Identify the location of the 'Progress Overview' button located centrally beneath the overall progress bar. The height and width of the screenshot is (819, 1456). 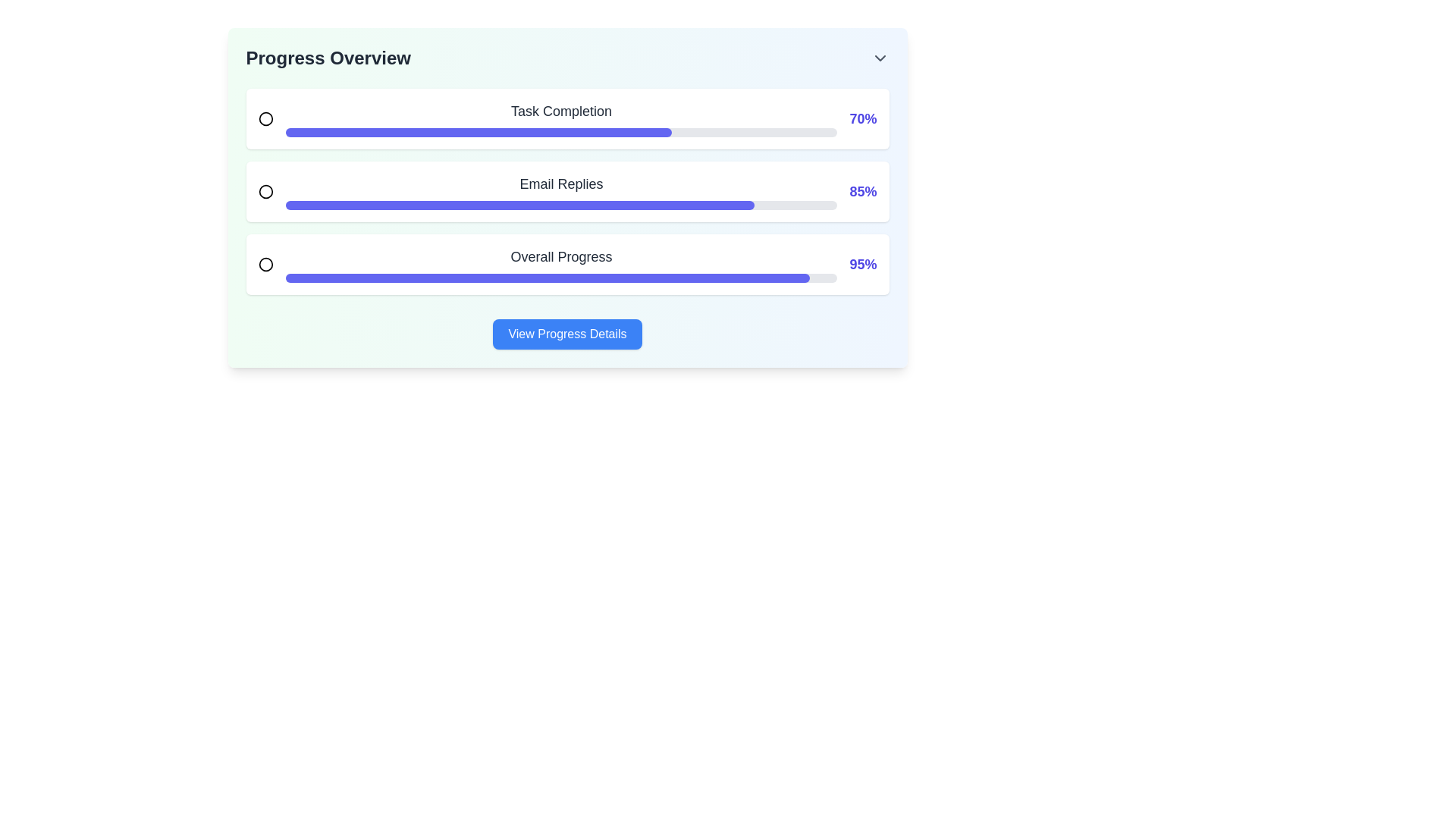
(566, 333).